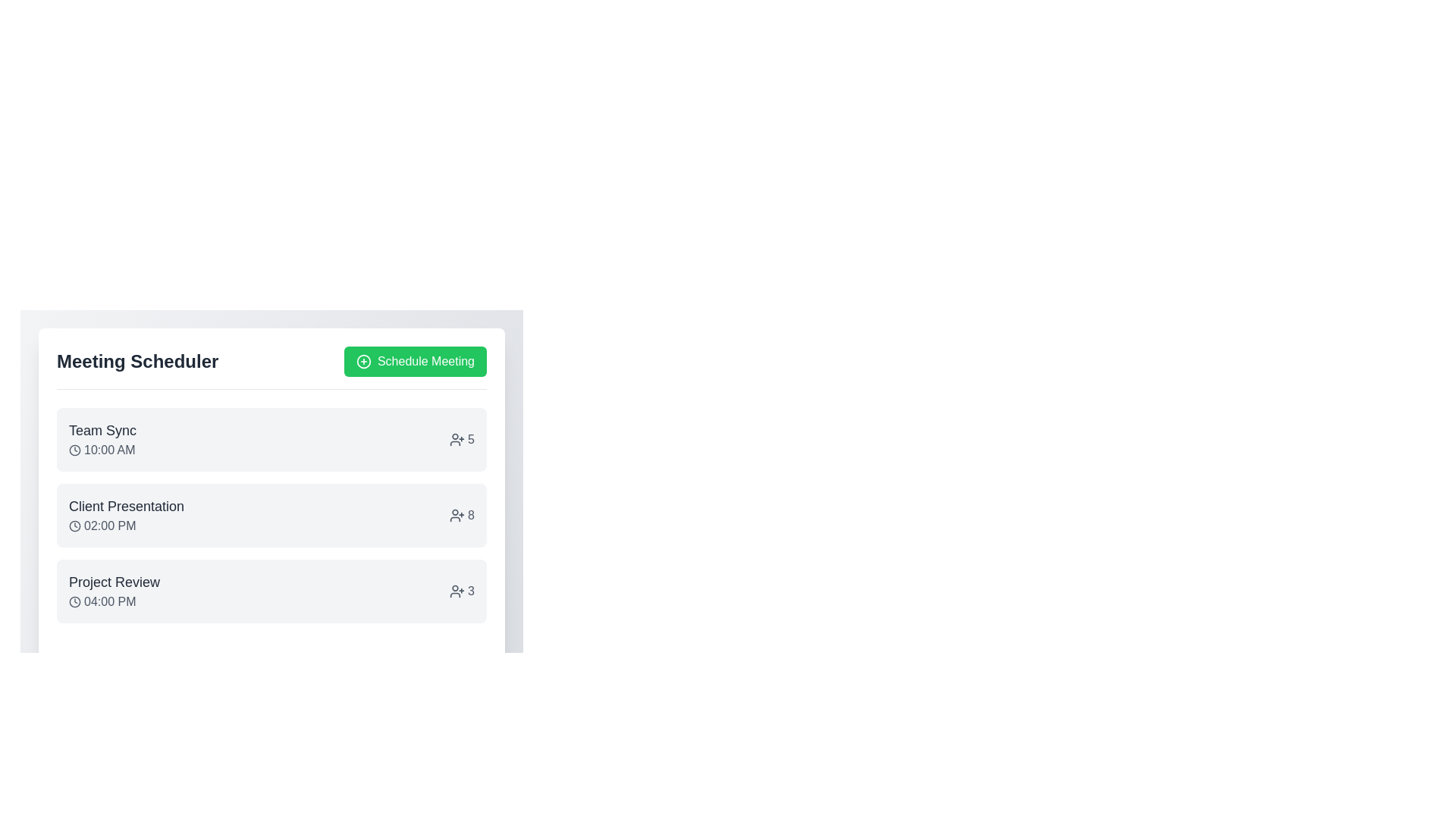  Describe the element at coordinates (271, 514) in the screenshot. I see `the scheduled meeting card titled 'Client Presentation' which is the second card in the list of meeting cards` at that location.